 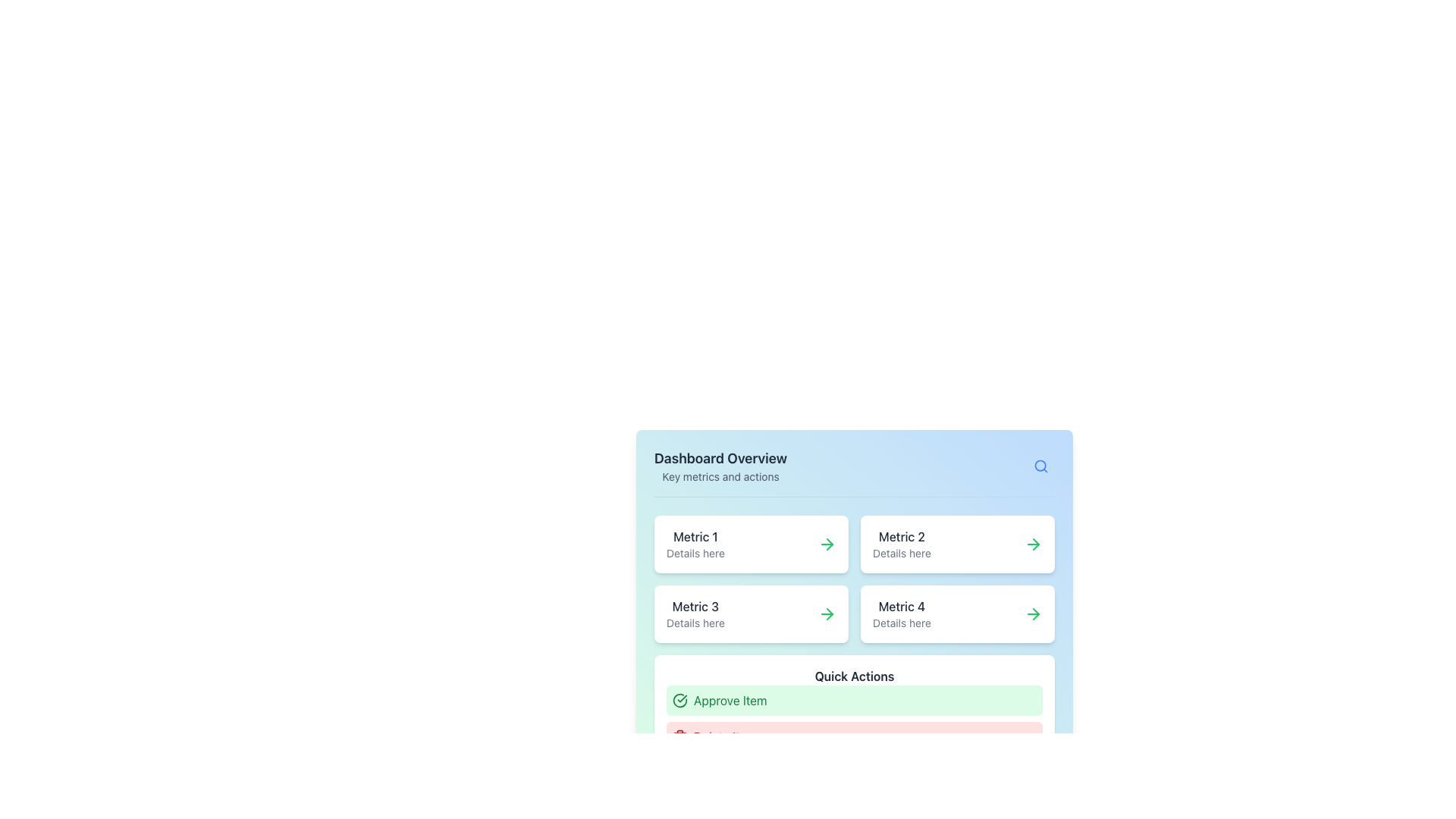 What do you see at coordinates (720, 475) in the screenshot?
I see `text label containing the phrase 'Key metrics and actions' which is located just below the 'Dashboard Overview' text in the header area of the dashboard interface` at bounding box center [720, 475].